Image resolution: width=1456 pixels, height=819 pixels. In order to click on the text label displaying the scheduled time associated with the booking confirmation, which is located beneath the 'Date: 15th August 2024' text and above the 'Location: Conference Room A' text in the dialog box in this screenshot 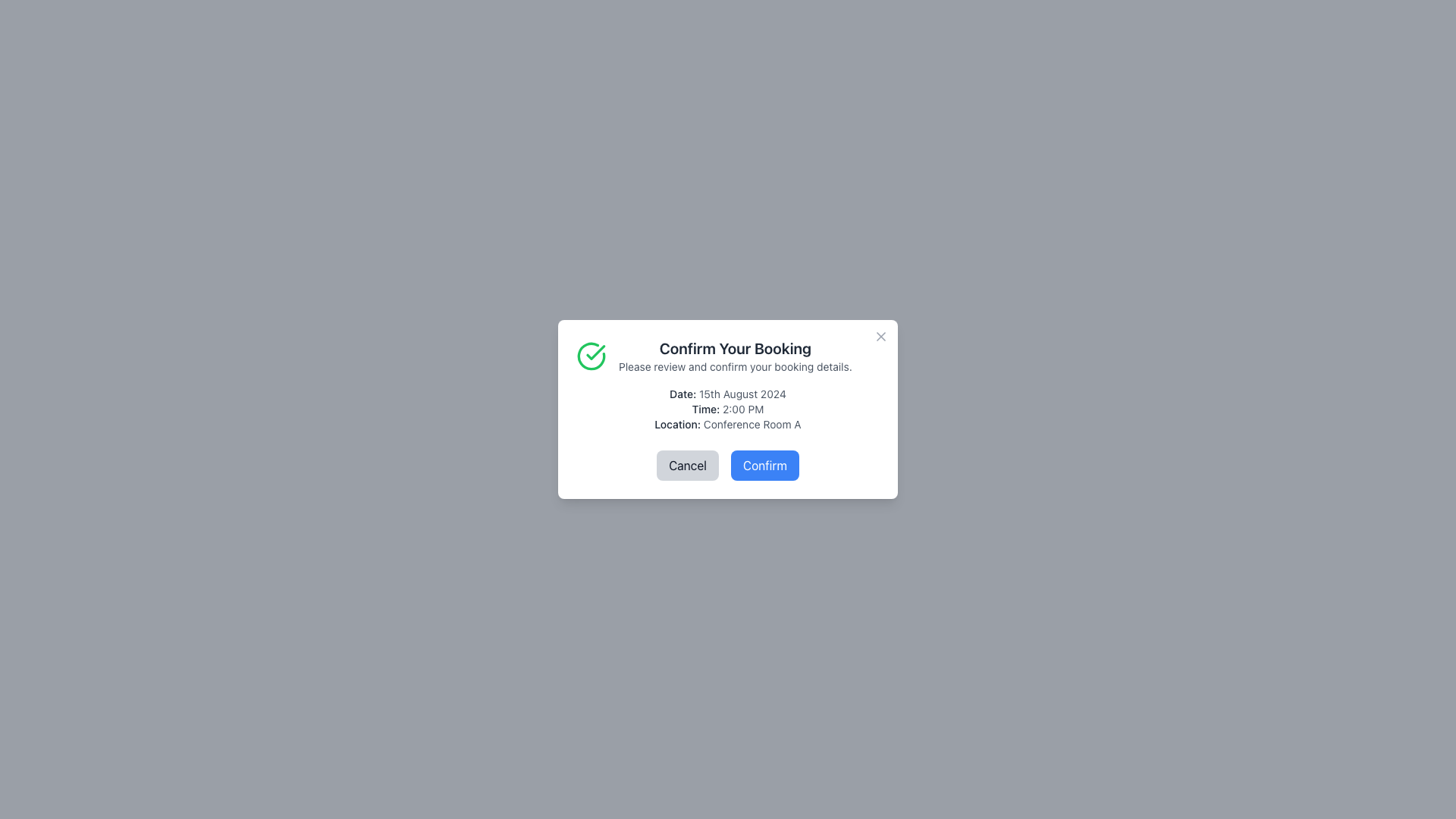, I will do `click(728, 409)`.